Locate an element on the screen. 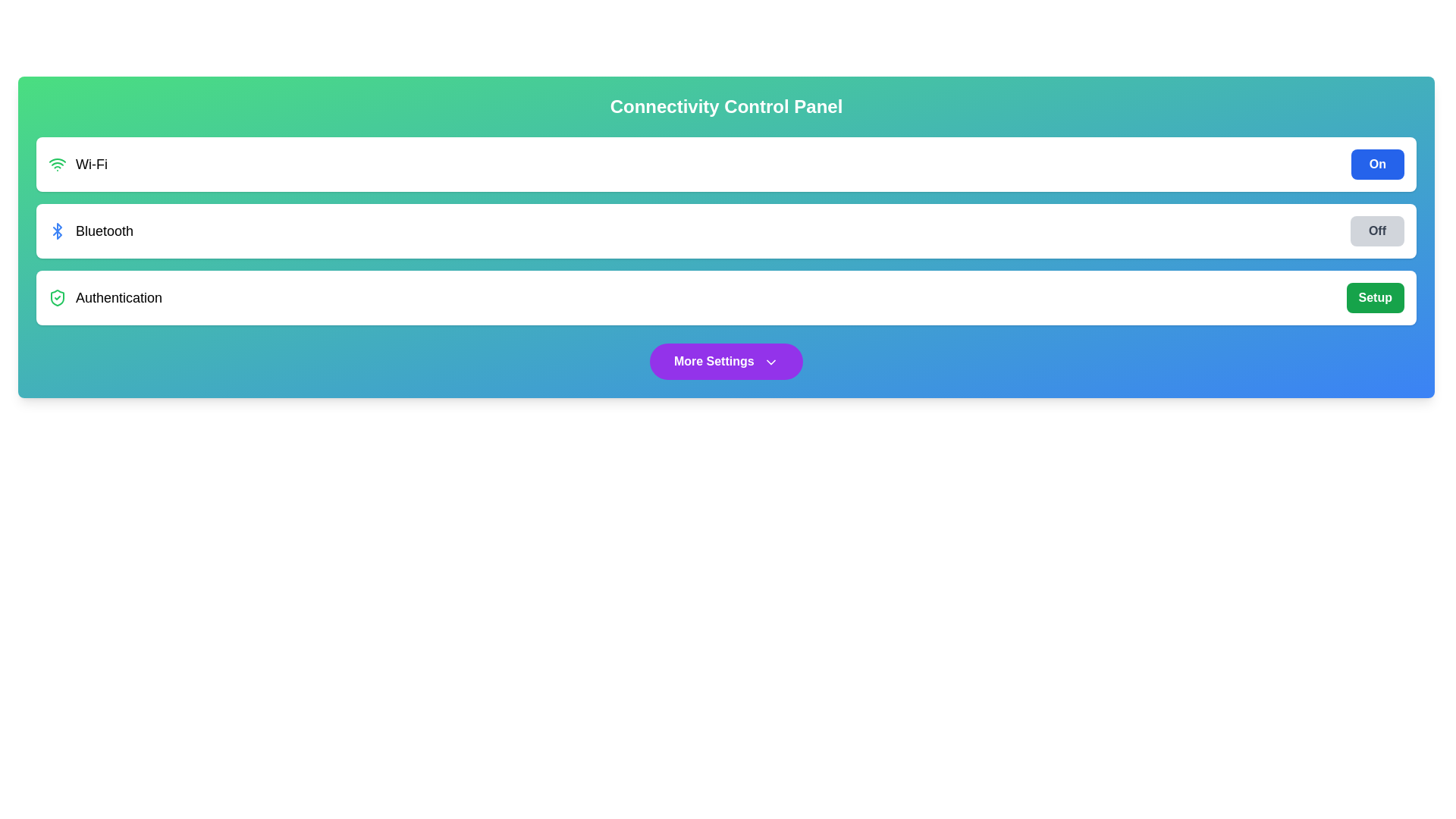 The height and width of the screenshot is (819, 1456). the chevron-down icon located next to the 'More Settings' text on the purple button is located at coordinates (771, 362).